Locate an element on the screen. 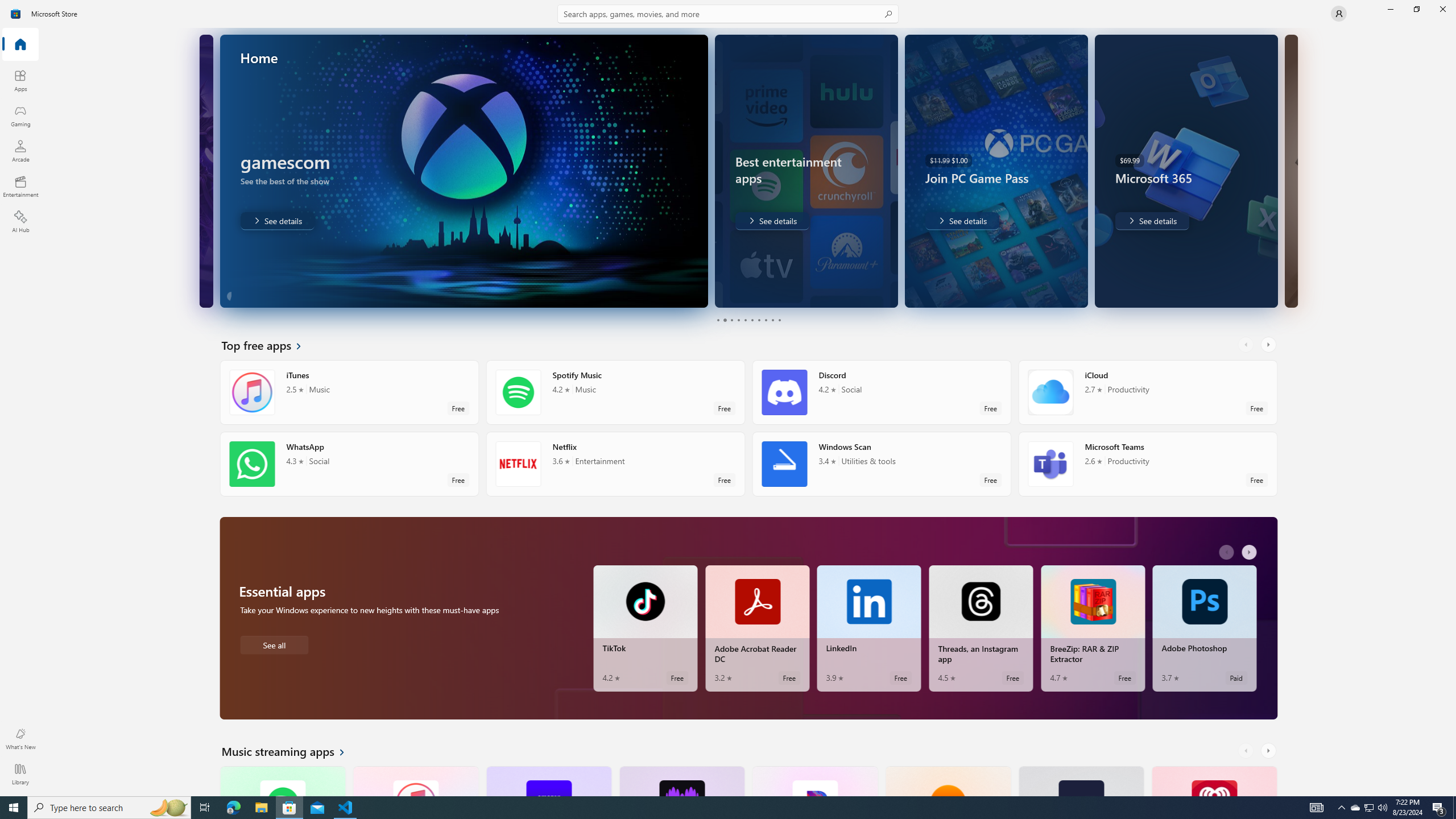 The image size is (1456, 819). 'Page 3' is located at coordinates (731, 320).